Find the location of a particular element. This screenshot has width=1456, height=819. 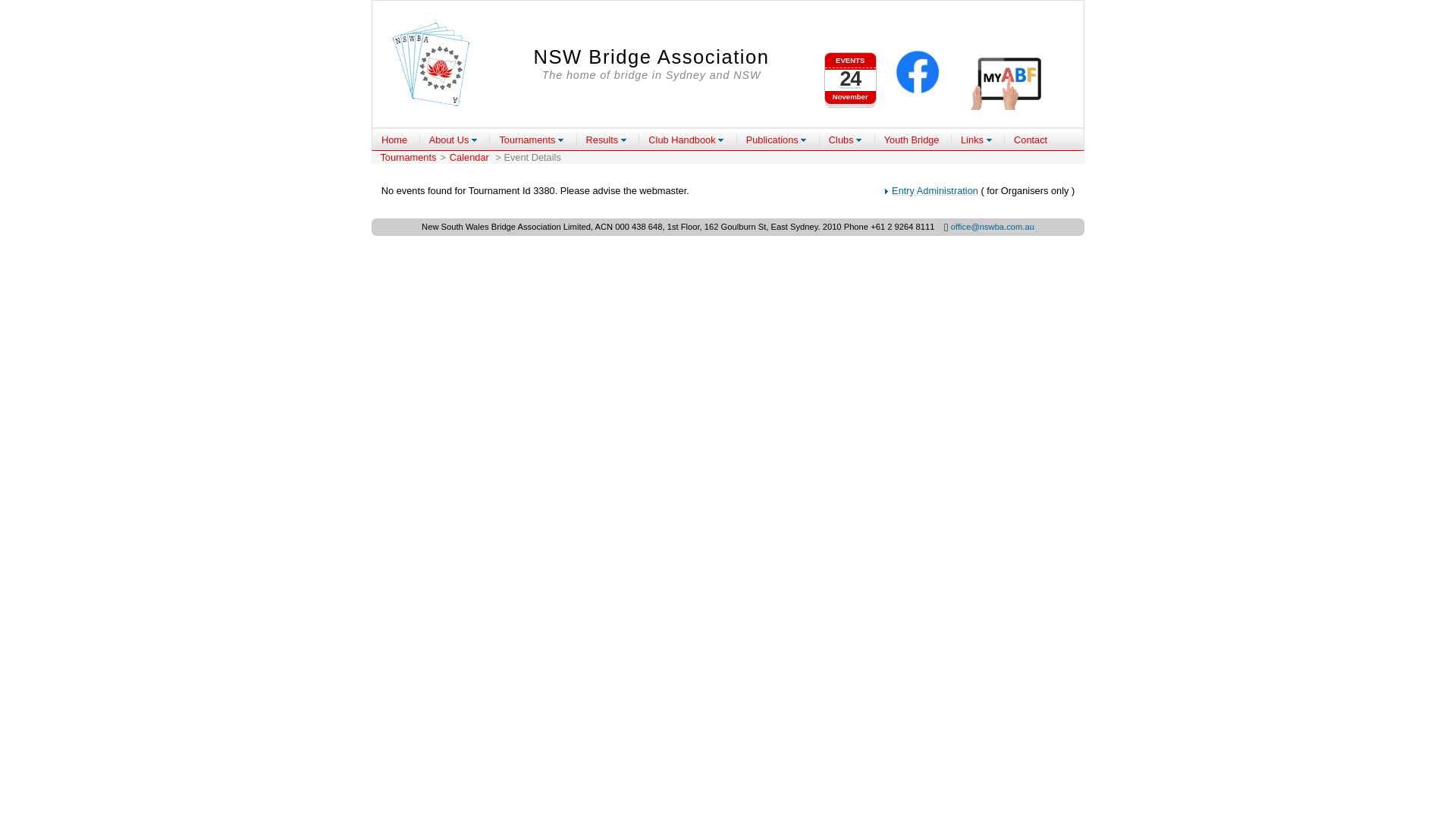

'Entry Administration' is located at coordinates (892, 190).